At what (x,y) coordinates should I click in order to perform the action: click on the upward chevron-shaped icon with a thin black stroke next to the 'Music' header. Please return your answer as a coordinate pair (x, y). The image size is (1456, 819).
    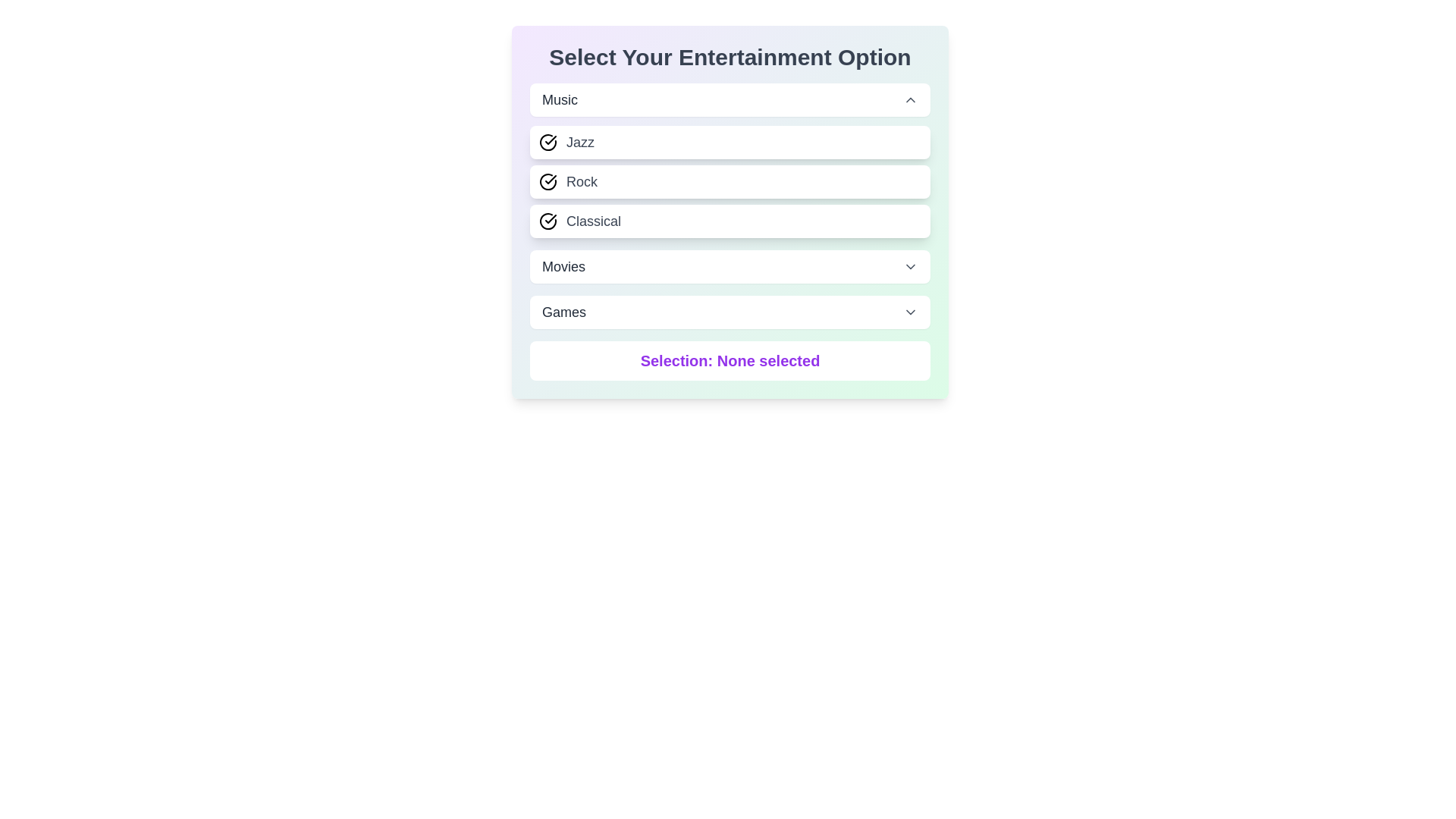
    Looking at the image, I should click on (910, 99).